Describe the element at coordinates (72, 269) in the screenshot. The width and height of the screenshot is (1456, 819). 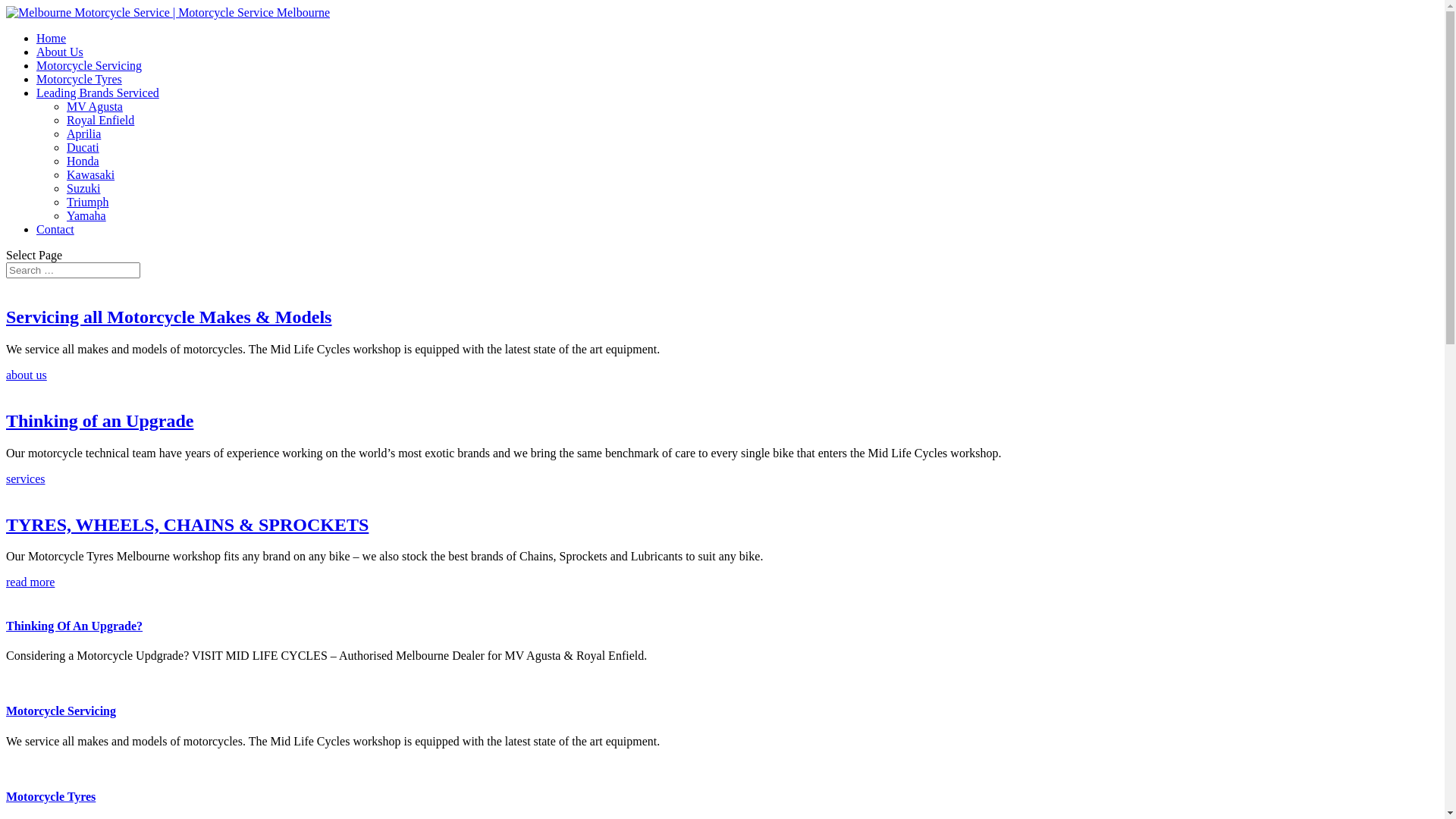
I see `'Search for:'` at that location.